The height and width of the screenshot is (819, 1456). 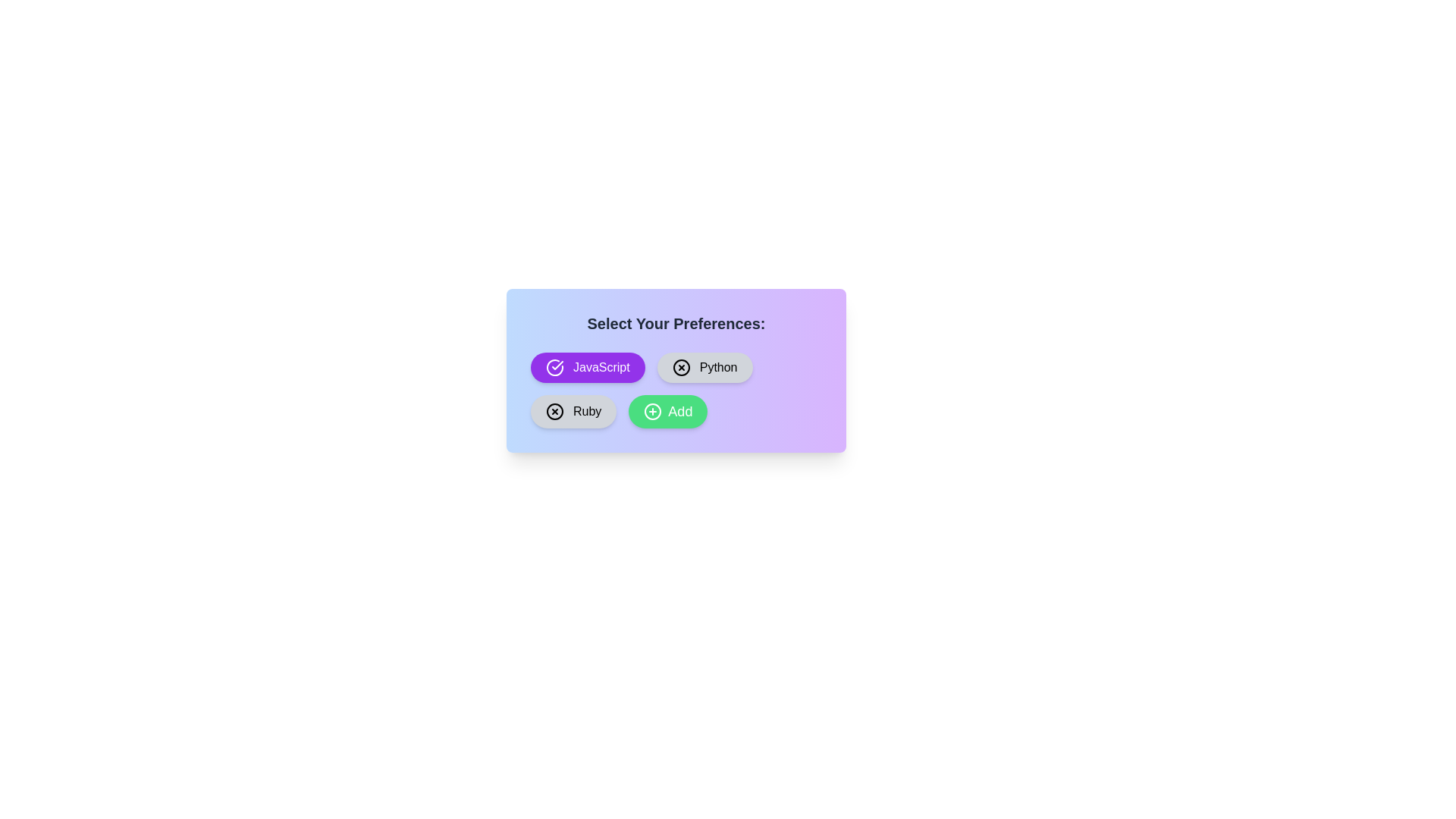 What do you see at coordinates (667, 412) in the screenshot?
I see `'Add' button to trigger its functionality` at bounding box center [667, 412].